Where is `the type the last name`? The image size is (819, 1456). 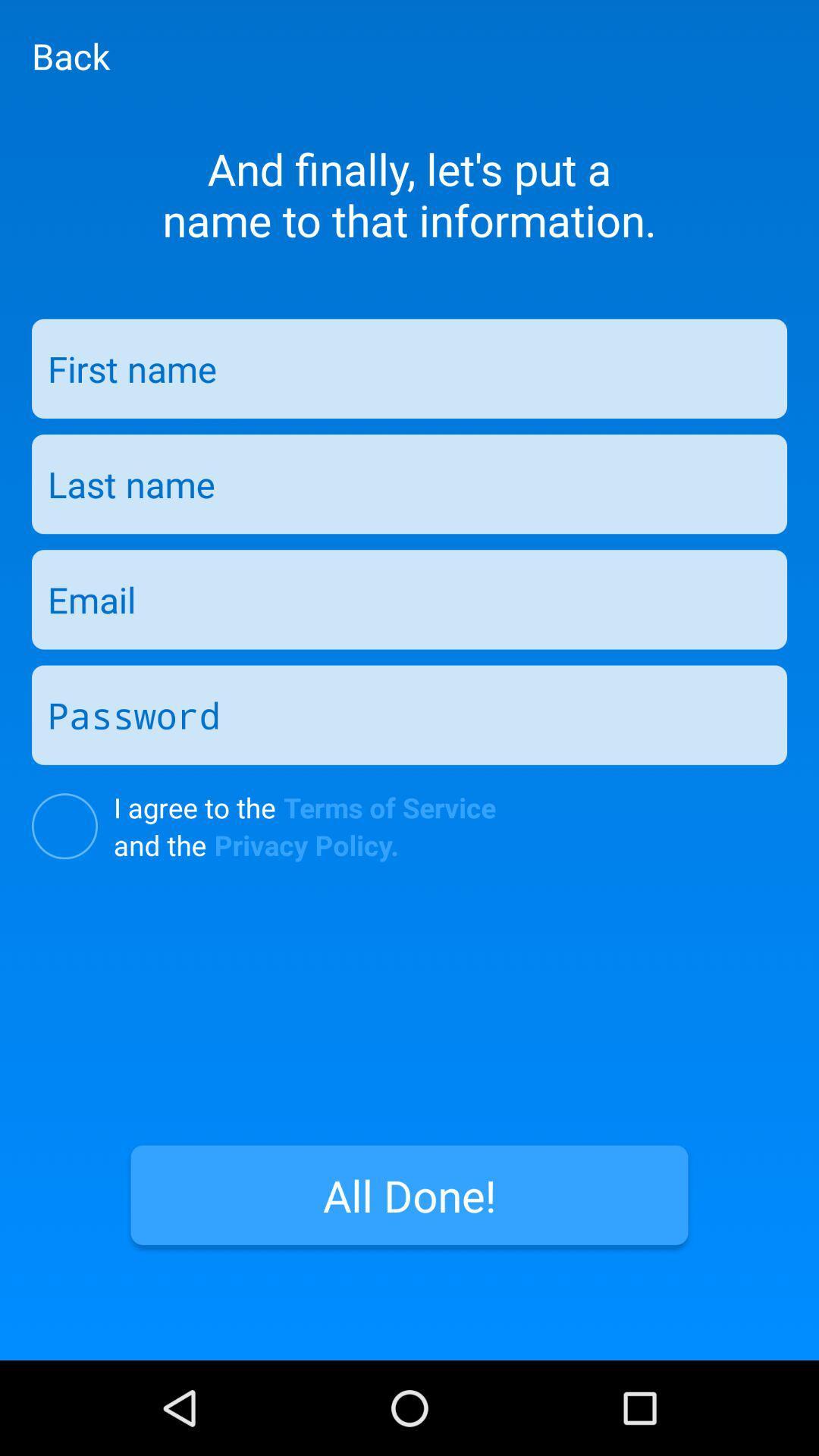 the type the last name is located at coordinates (409, 483).